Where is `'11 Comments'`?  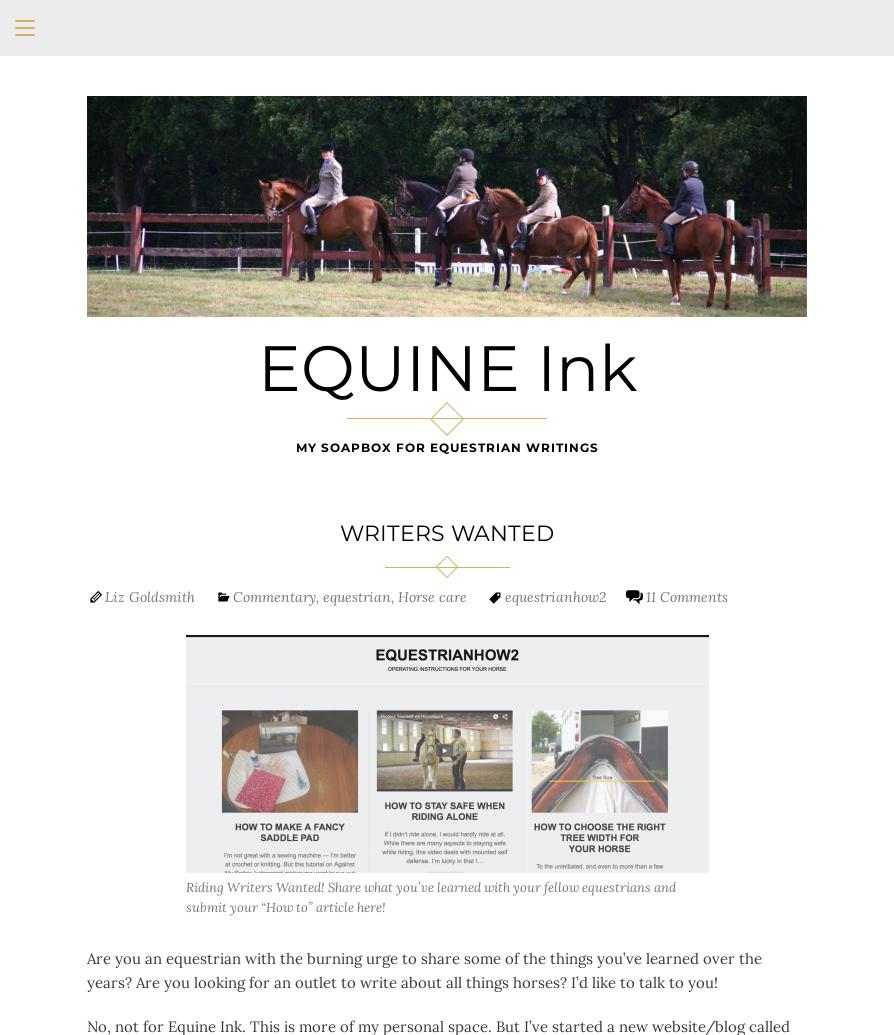
'11 Comments' is located at coordinates (686, 594).